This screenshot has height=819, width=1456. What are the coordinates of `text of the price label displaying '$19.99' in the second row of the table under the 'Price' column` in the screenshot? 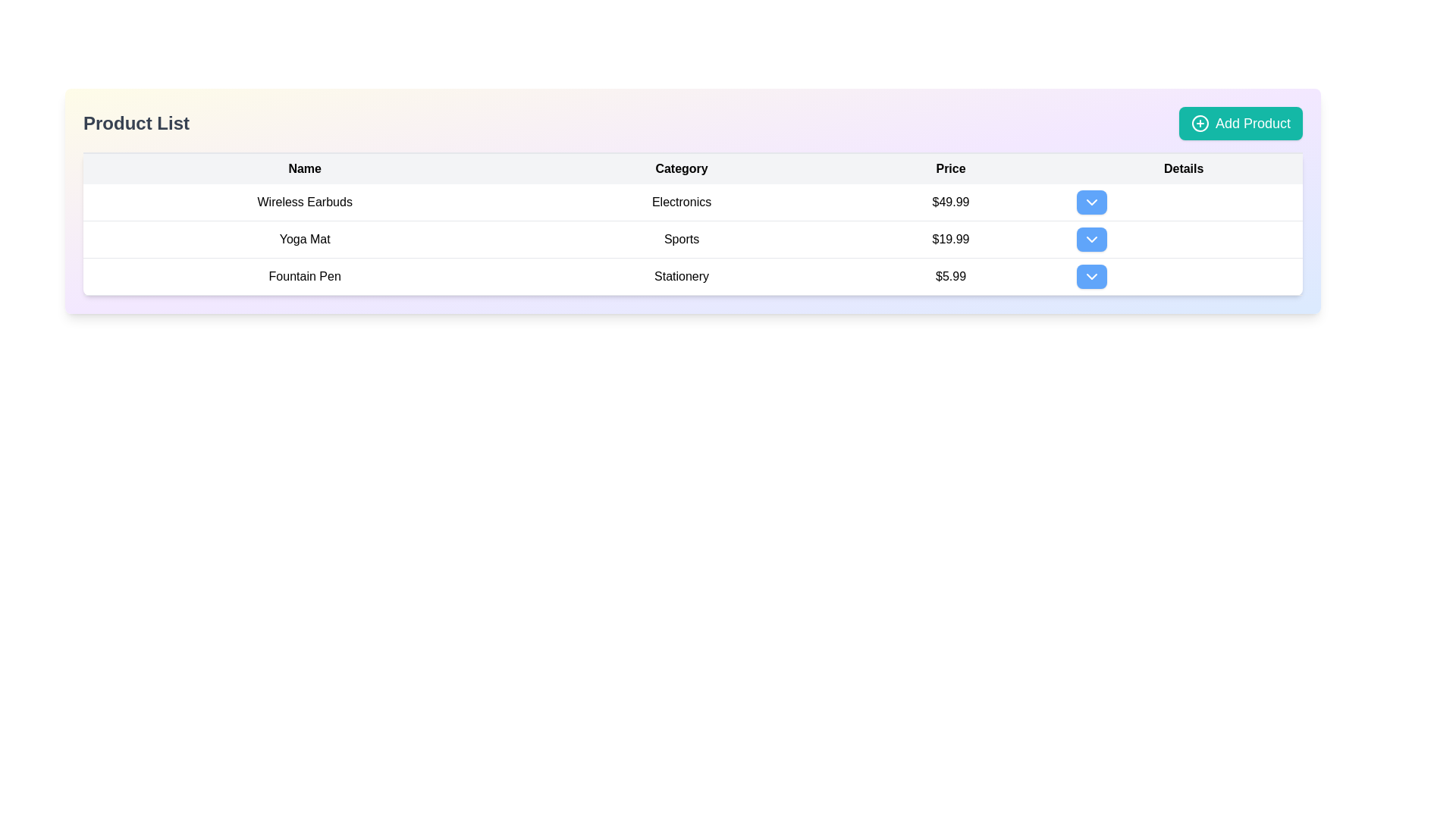 It's located at (949, 239).